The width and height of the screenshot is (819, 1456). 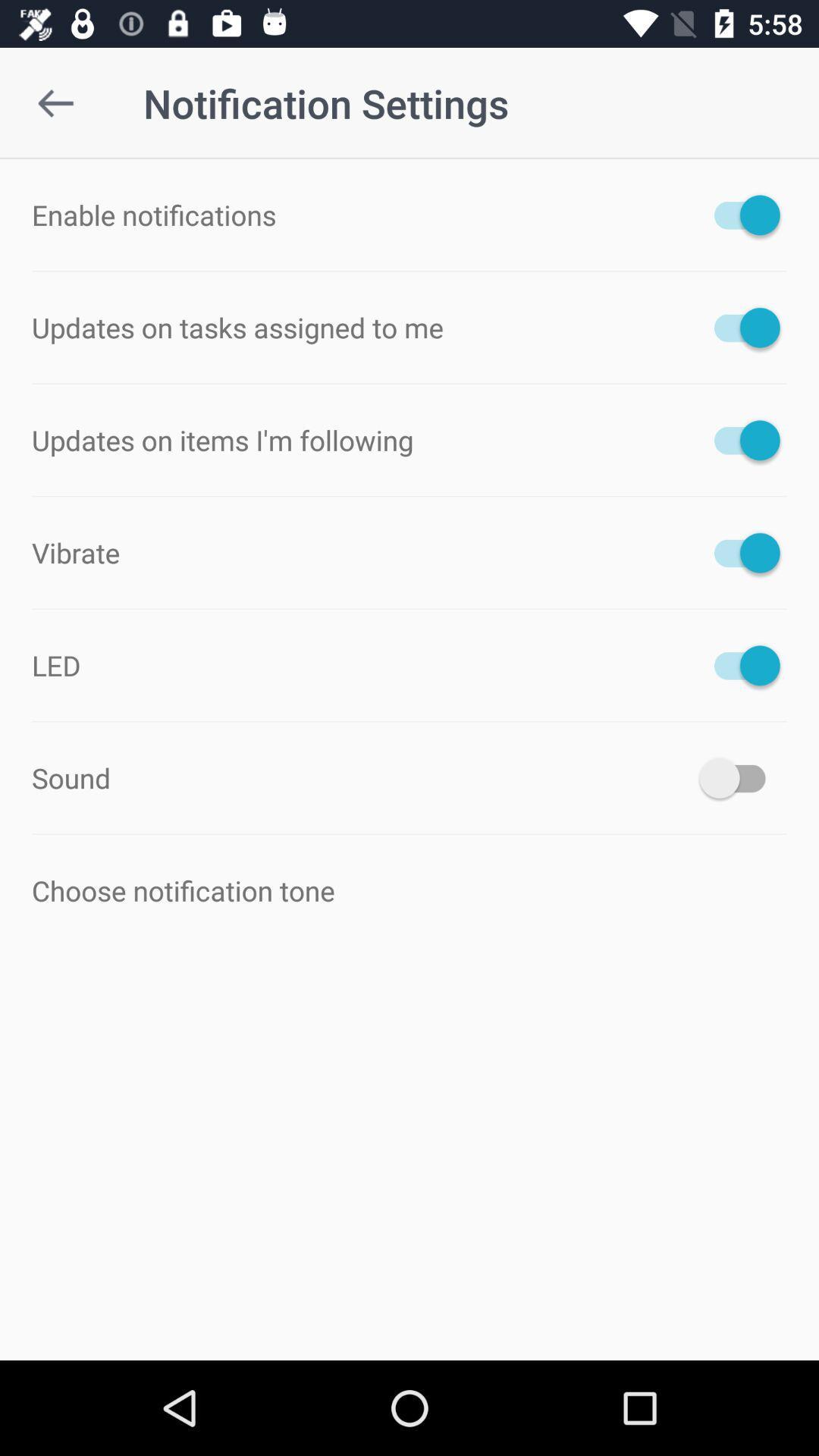 I want to click on item to the right of the led, so click(x=739, y=665).